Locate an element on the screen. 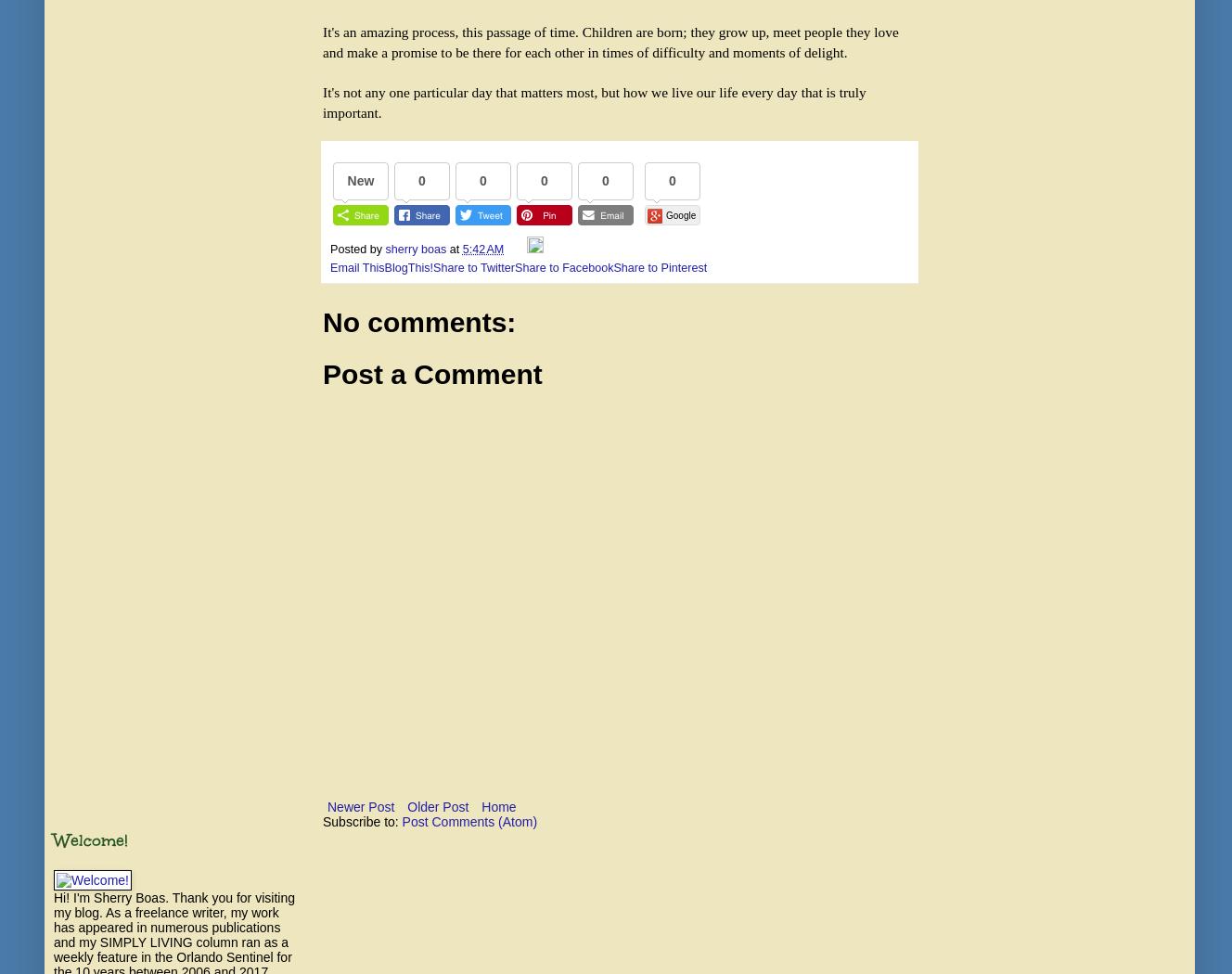  'Post Comments (Atom)' is located at coordinates (402, 820).